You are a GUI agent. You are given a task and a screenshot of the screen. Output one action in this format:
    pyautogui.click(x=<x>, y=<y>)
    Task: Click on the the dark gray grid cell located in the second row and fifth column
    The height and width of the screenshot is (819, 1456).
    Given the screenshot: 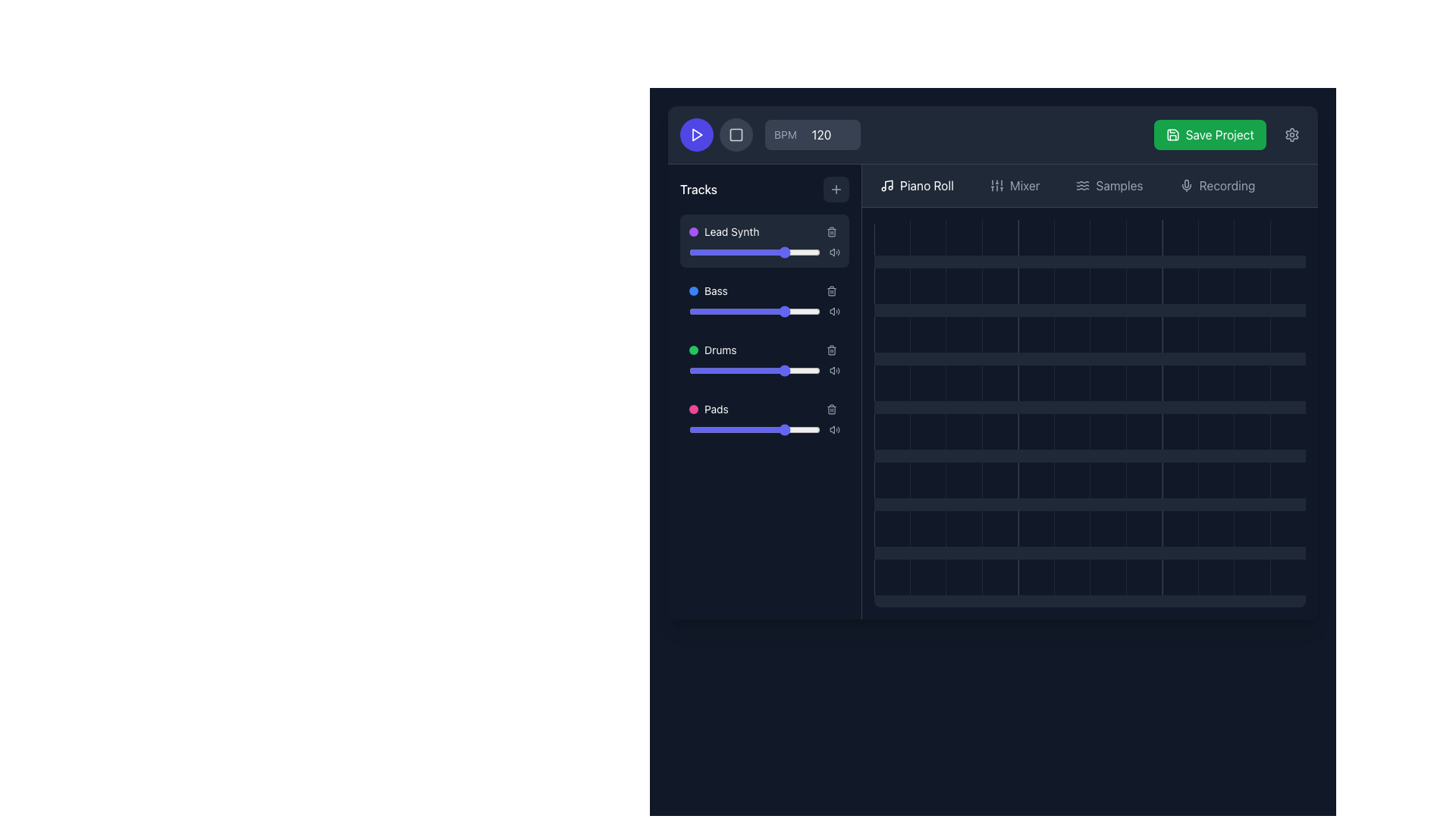 What is the action you would take?
    pyautogui.click(x=1035, y=286)
    